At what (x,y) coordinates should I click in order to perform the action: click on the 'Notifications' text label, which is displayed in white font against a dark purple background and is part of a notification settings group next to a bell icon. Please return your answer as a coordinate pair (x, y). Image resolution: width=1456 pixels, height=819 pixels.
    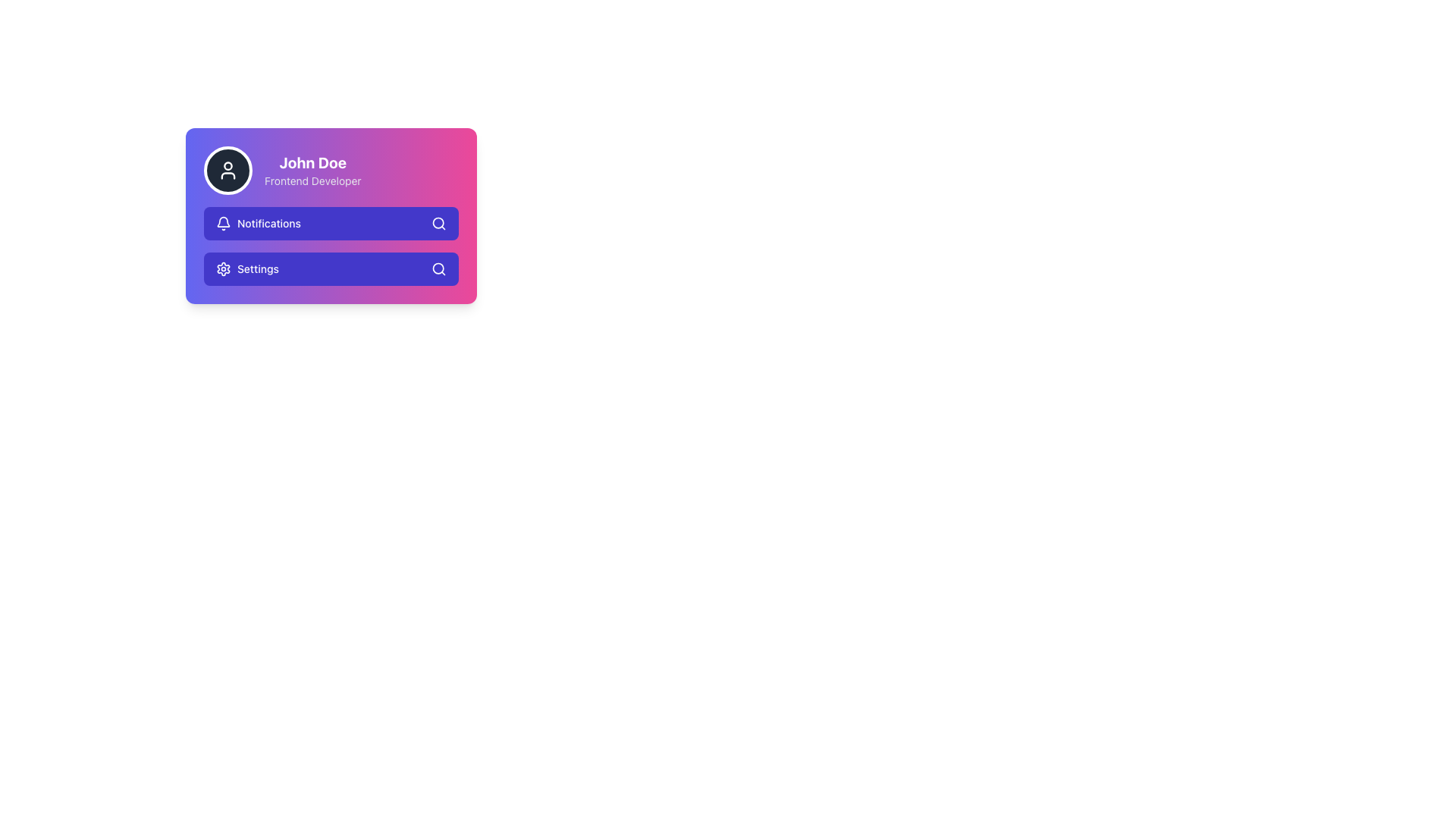
    Looking at the image, I should click on (269, 223).